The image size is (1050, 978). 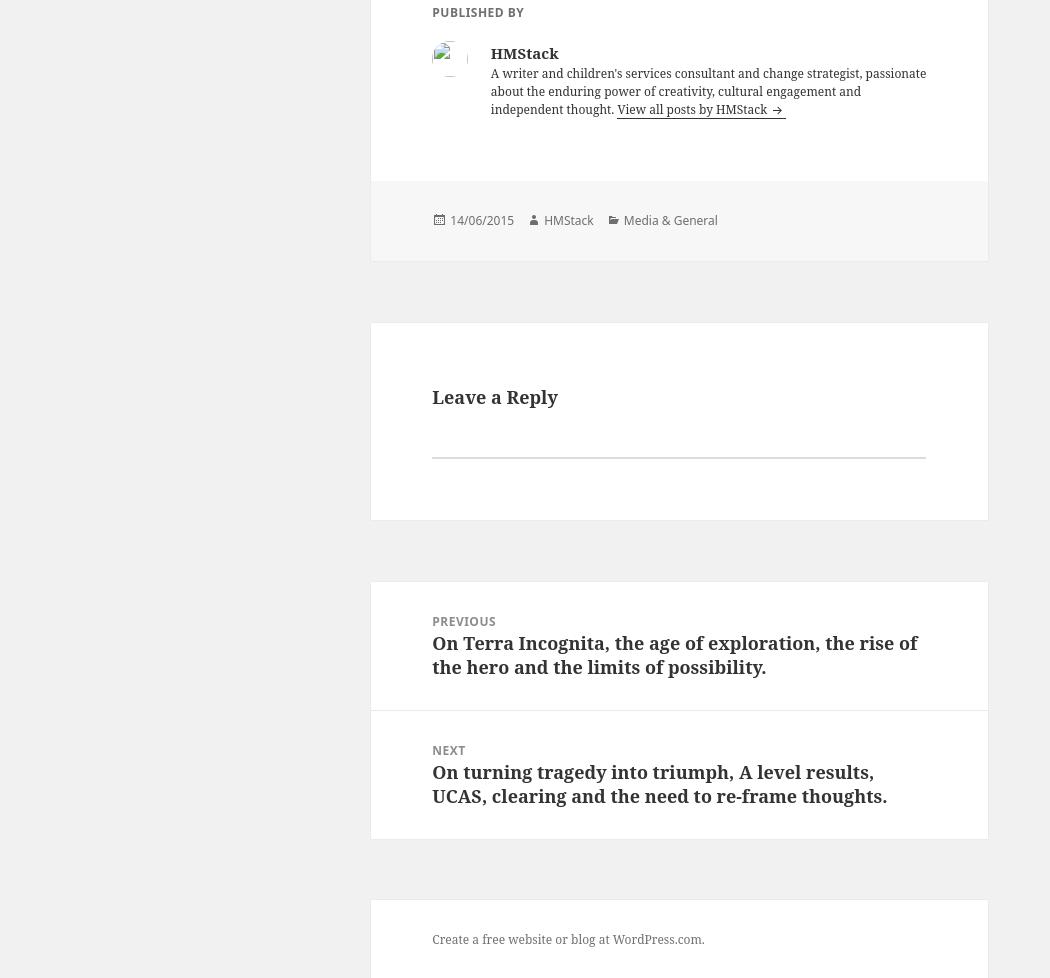 I want to click on 'A writer and children's services consultant and change strategist, passionate about the enduring power of creativity, cultural engagement and independent thought.', so click(x=708, y=90).